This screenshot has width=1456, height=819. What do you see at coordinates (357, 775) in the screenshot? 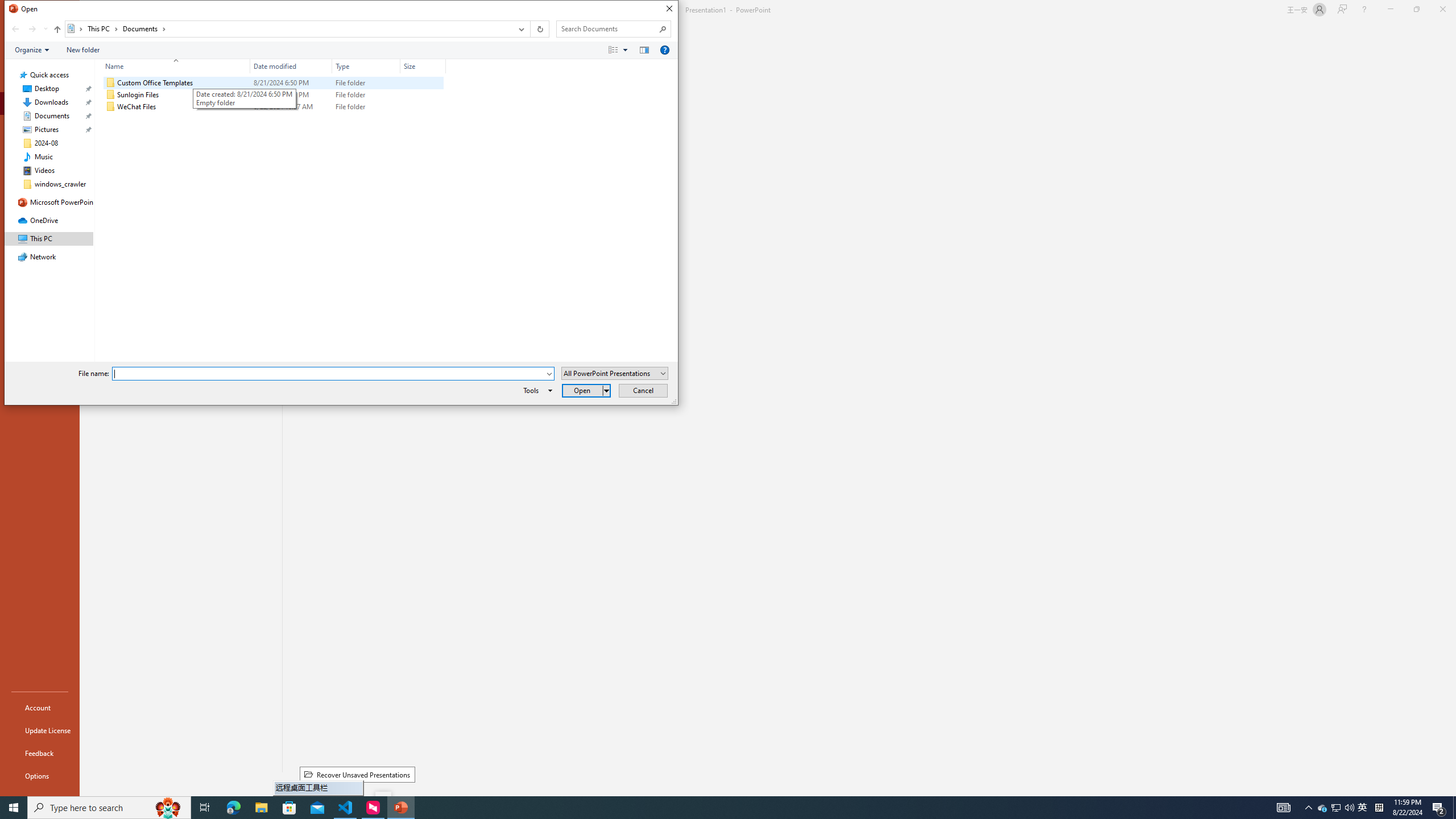
I see `'Recover Unsaved Presentations'` at bounding box center [357, 775].